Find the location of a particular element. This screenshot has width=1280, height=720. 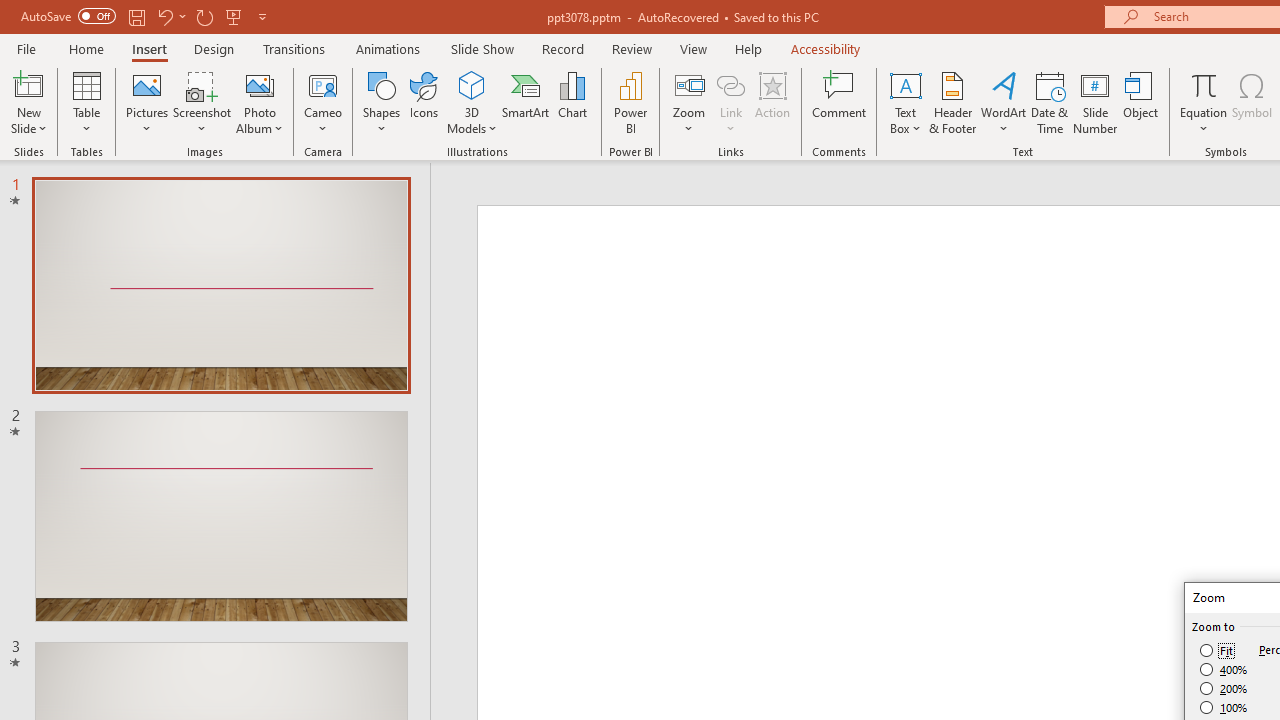

'Symbol...' is located at coordinates (1251, 103).